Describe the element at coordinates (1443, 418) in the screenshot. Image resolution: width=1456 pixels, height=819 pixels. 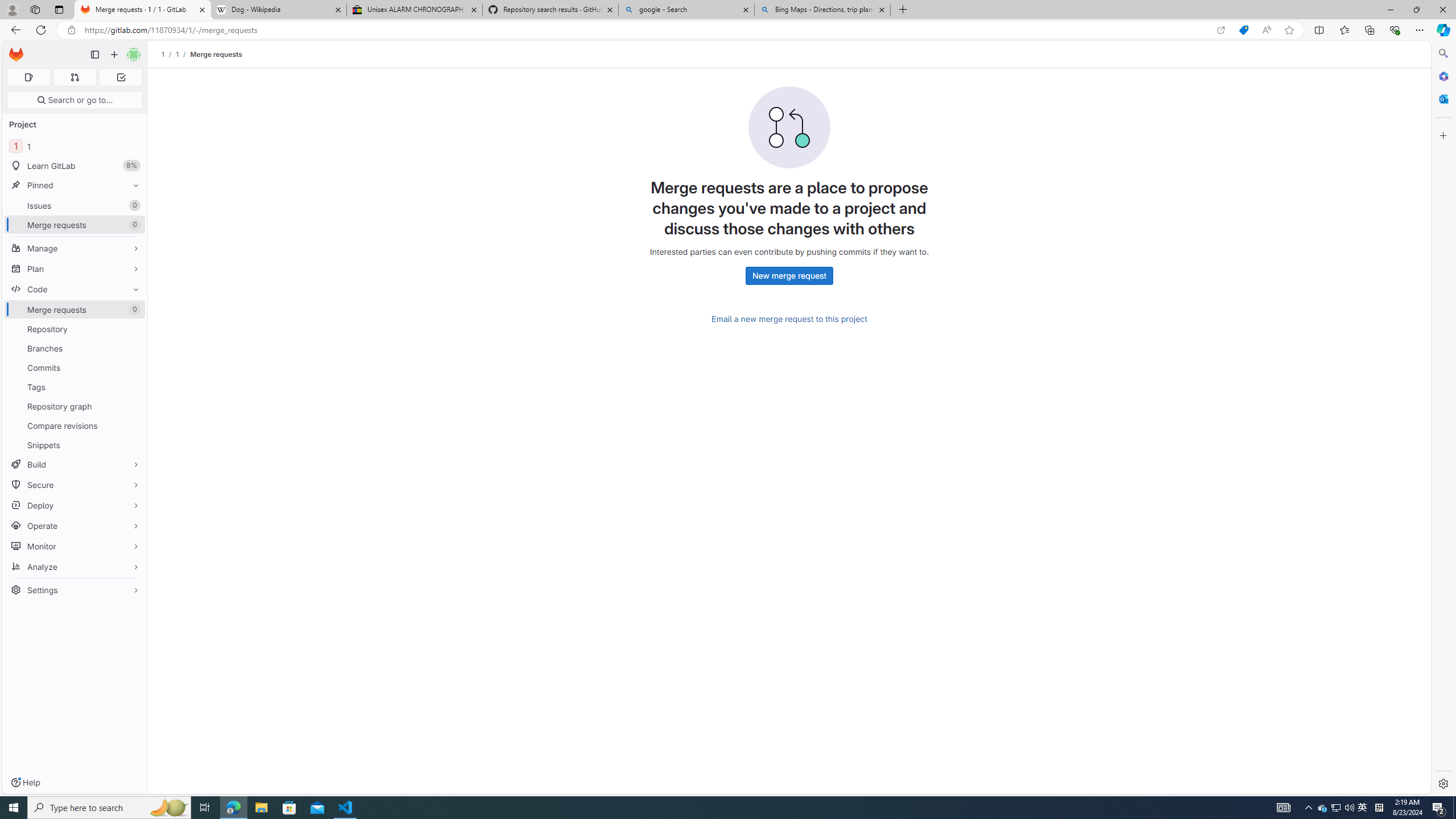
I see `'Side bar'` at that location.